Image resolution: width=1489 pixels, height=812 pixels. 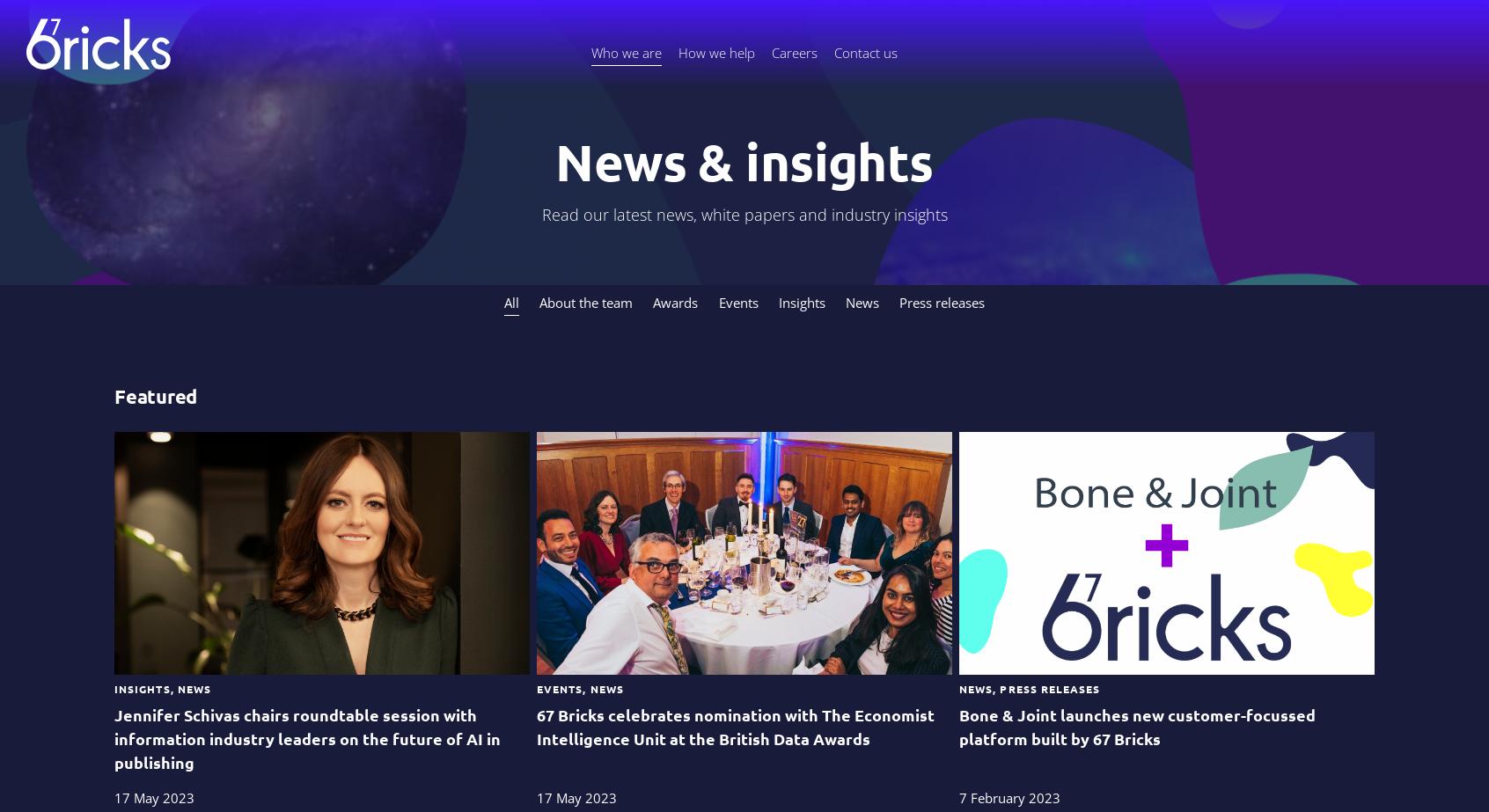 I want to click on 'Events, News', so click(x=579, y=687).